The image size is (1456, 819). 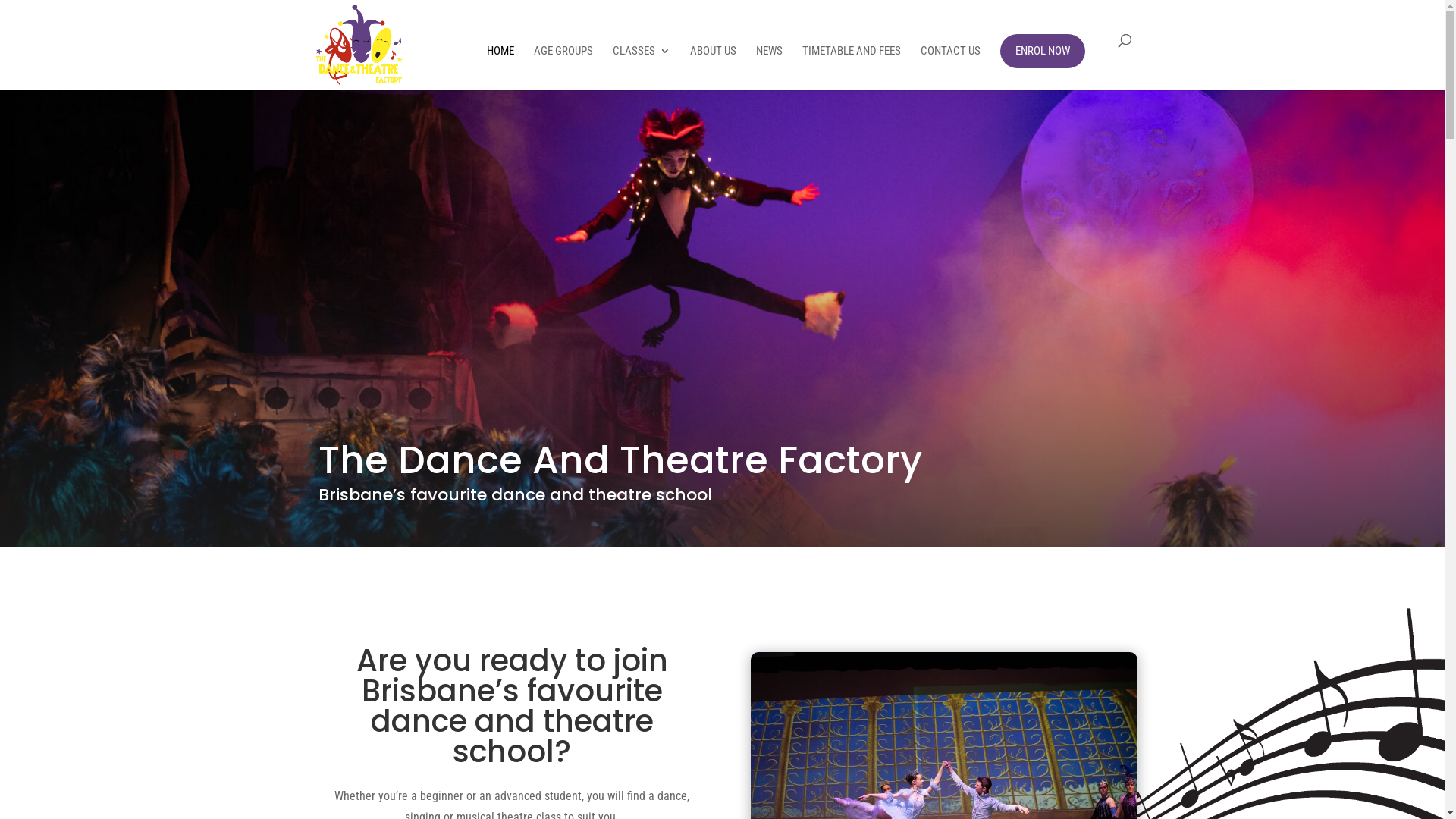 What do you see at coordinates (500, 67) in the screenshot?
I see `'HOME'` at bounding box center [500, 67].